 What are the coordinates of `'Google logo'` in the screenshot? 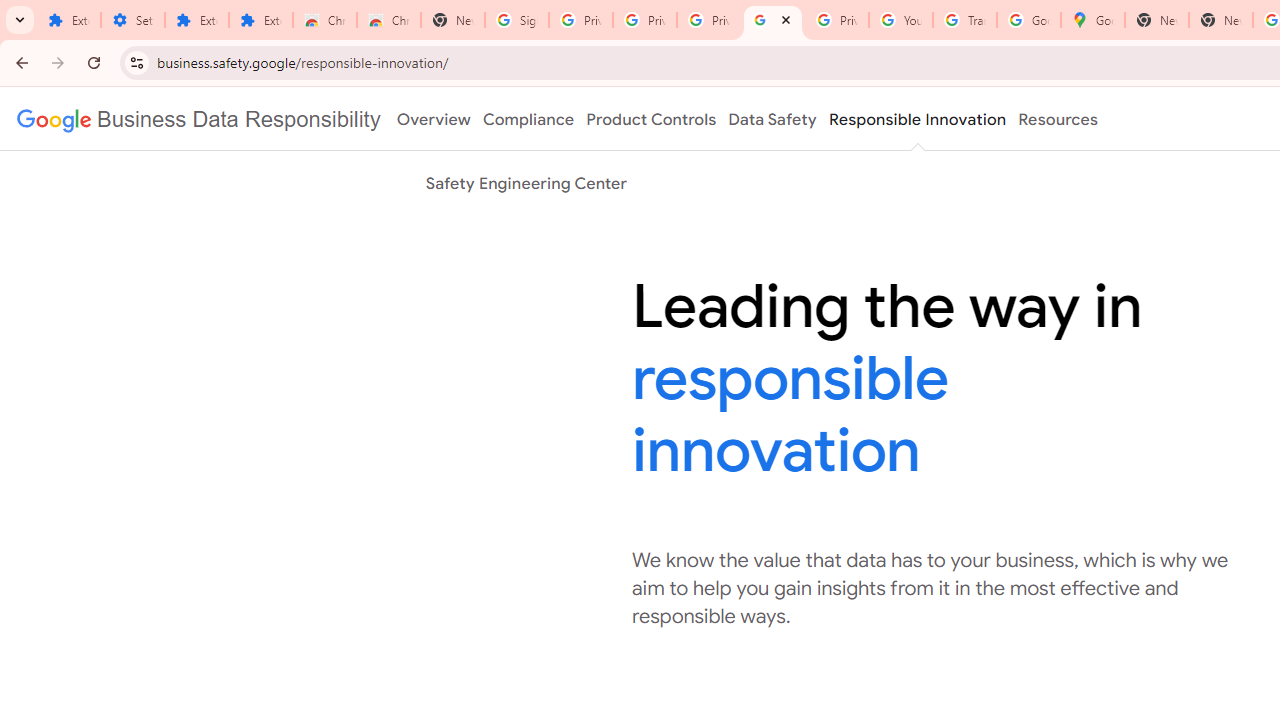 It's located at (199, 119).